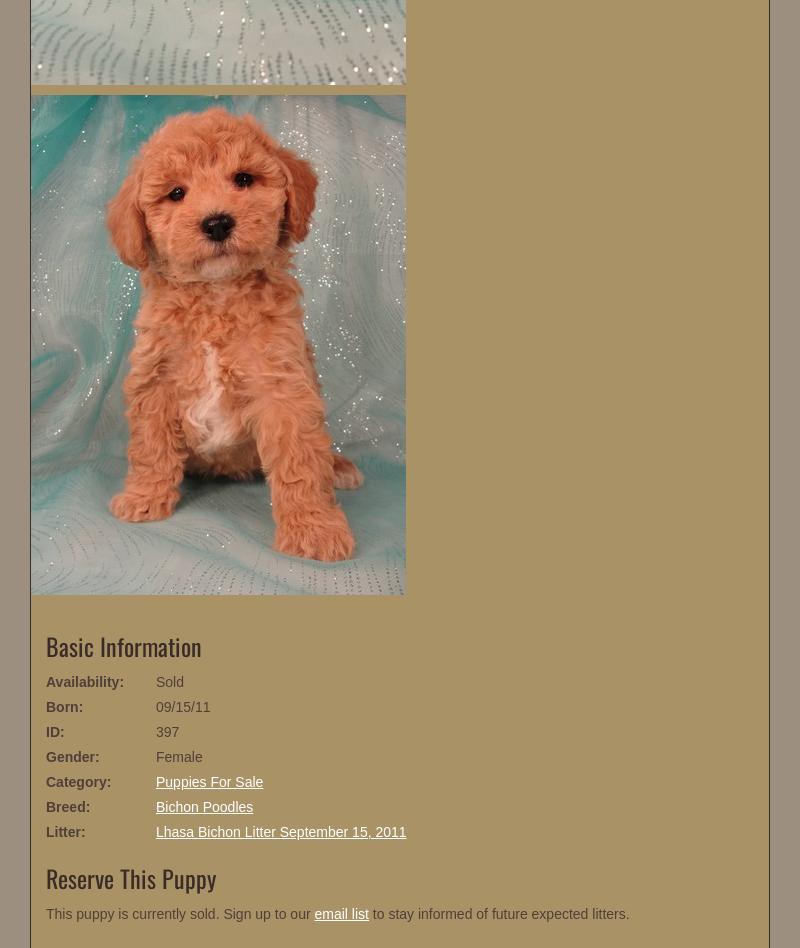  What do you see at coordinates (209, 782) in the screenshot?
I see `'Puppies For Sale'` at bounding box center [209, 782].